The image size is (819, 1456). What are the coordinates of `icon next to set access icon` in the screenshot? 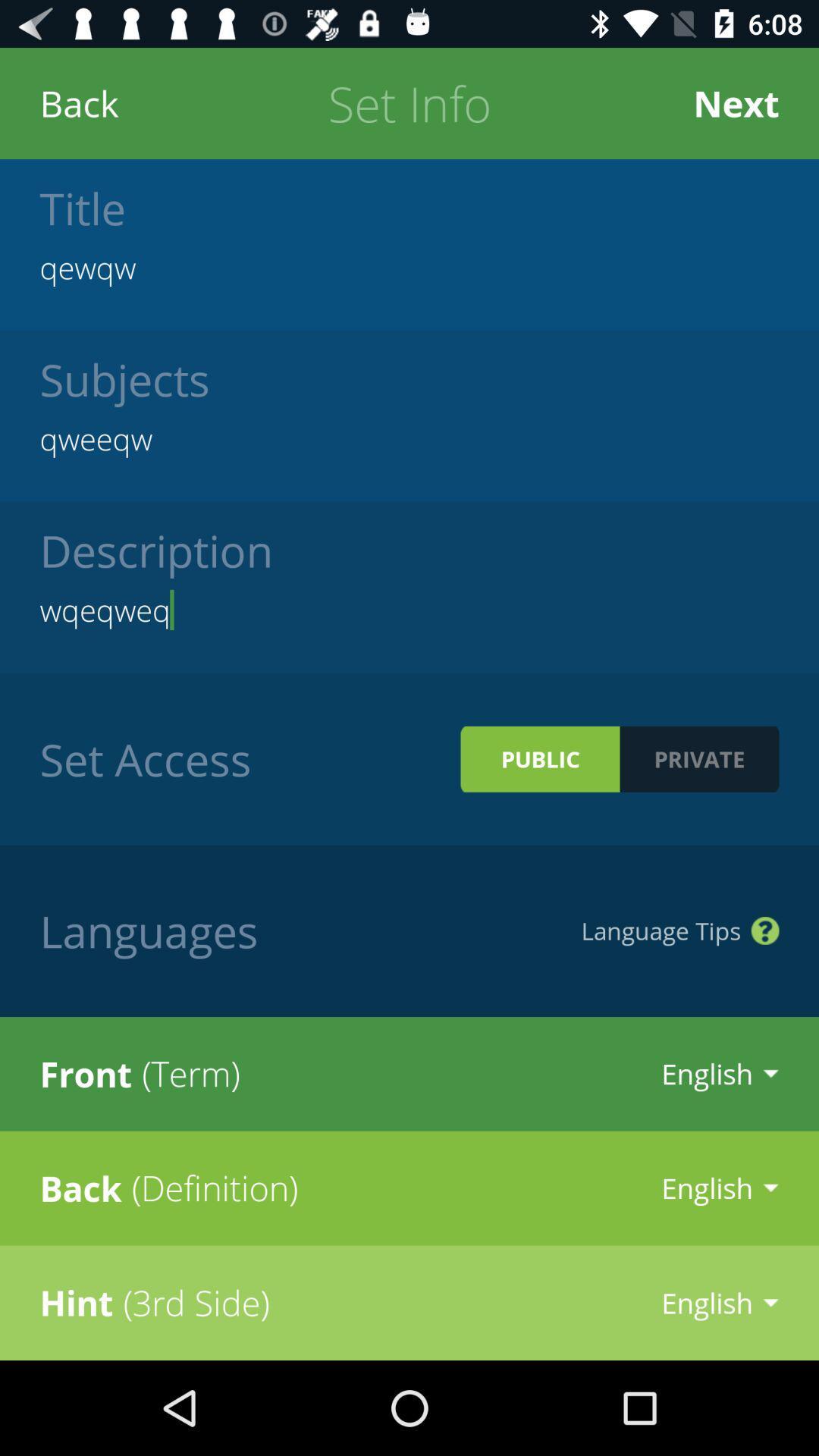 It's located at (539, 759).